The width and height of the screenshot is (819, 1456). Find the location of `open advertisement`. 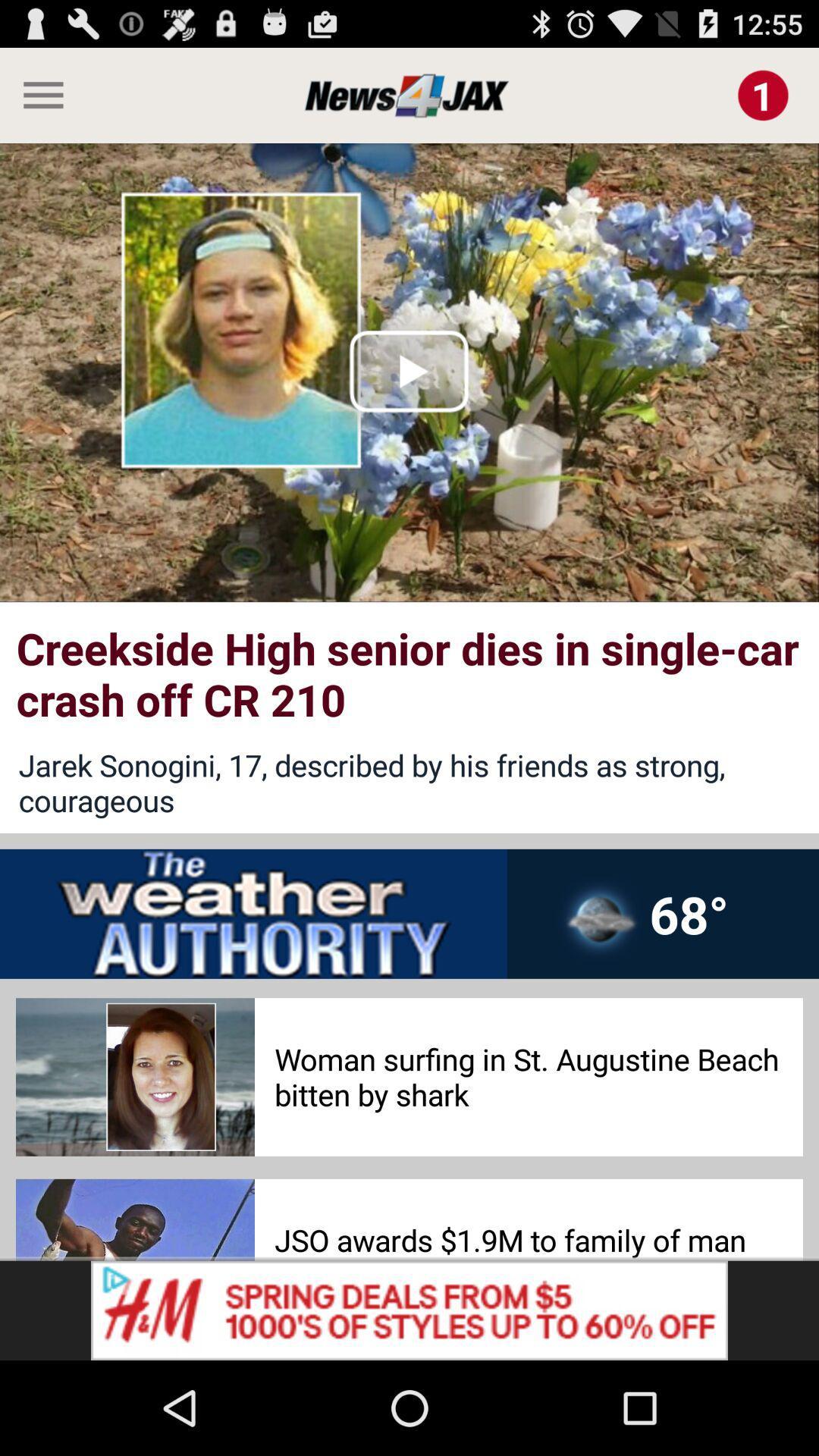

open advertisement is located at coordinates (409, 1310).